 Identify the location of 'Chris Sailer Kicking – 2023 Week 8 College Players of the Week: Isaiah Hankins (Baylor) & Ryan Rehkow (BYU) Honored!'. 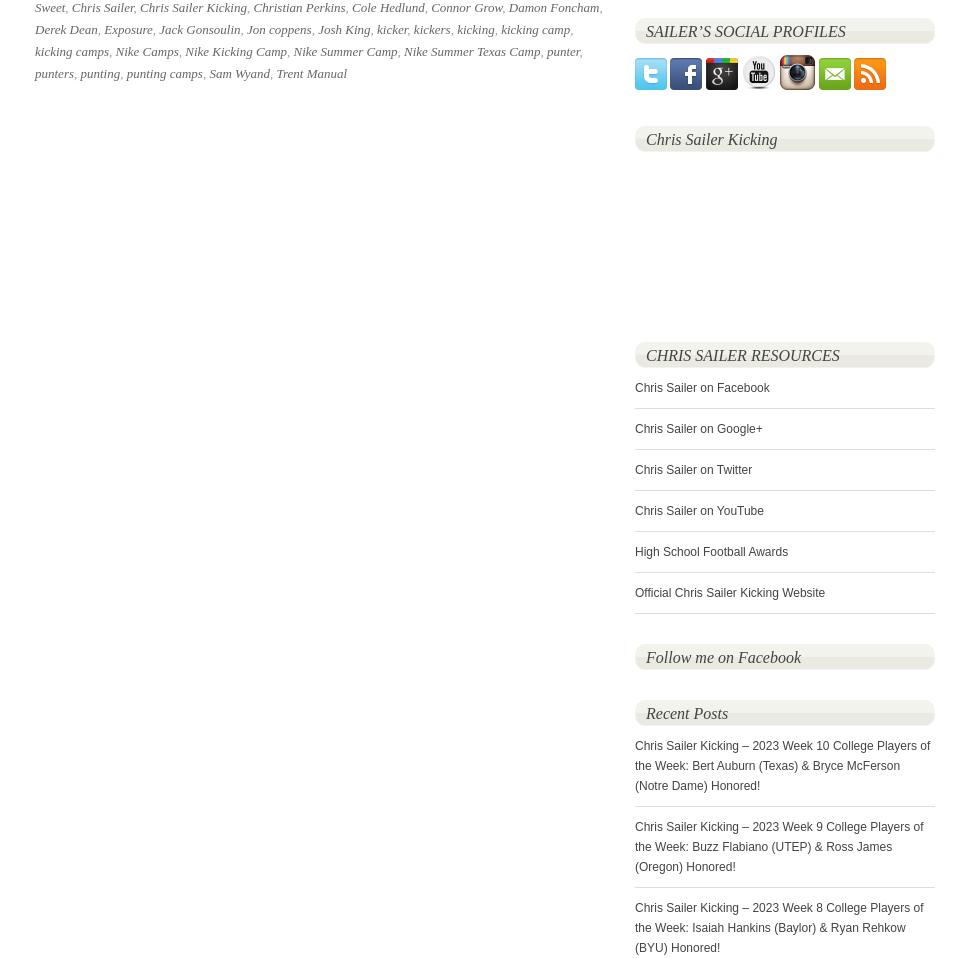
(778, 928).